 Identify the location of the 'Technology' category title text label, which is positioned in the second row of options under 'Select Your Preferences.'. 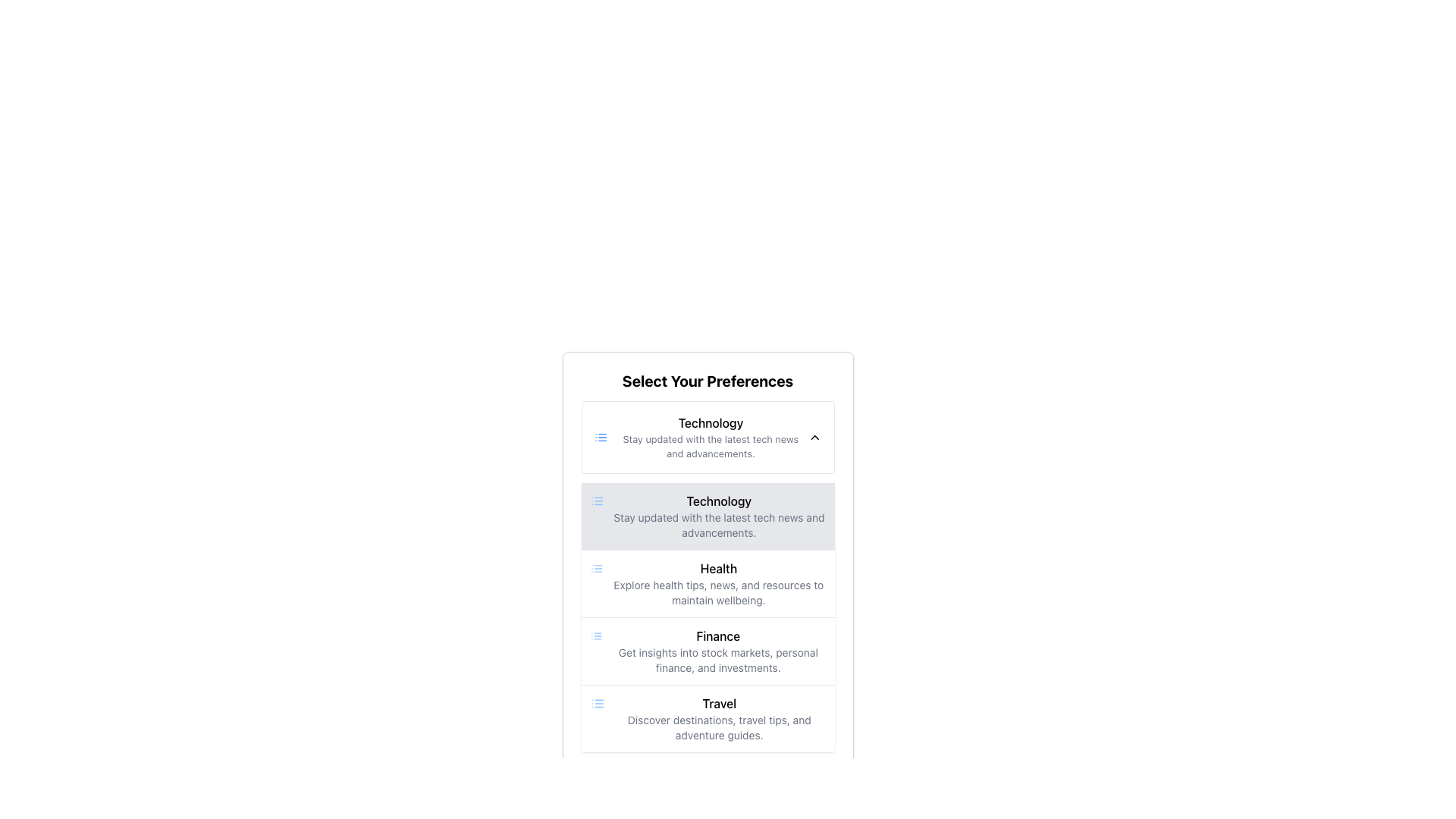
(718, 501).